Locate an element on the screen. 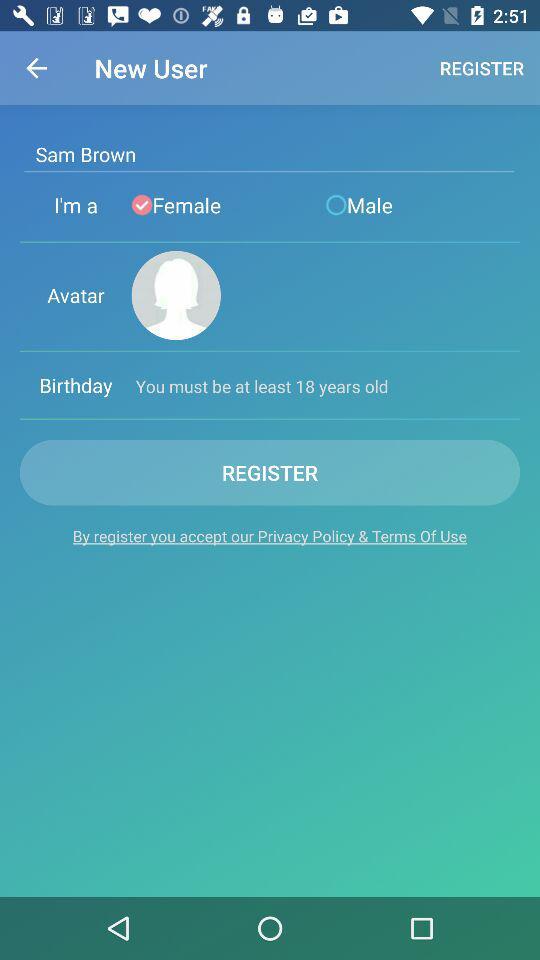 The image size is (540, 960). the avatar icon is located at coordinates (176, 294).